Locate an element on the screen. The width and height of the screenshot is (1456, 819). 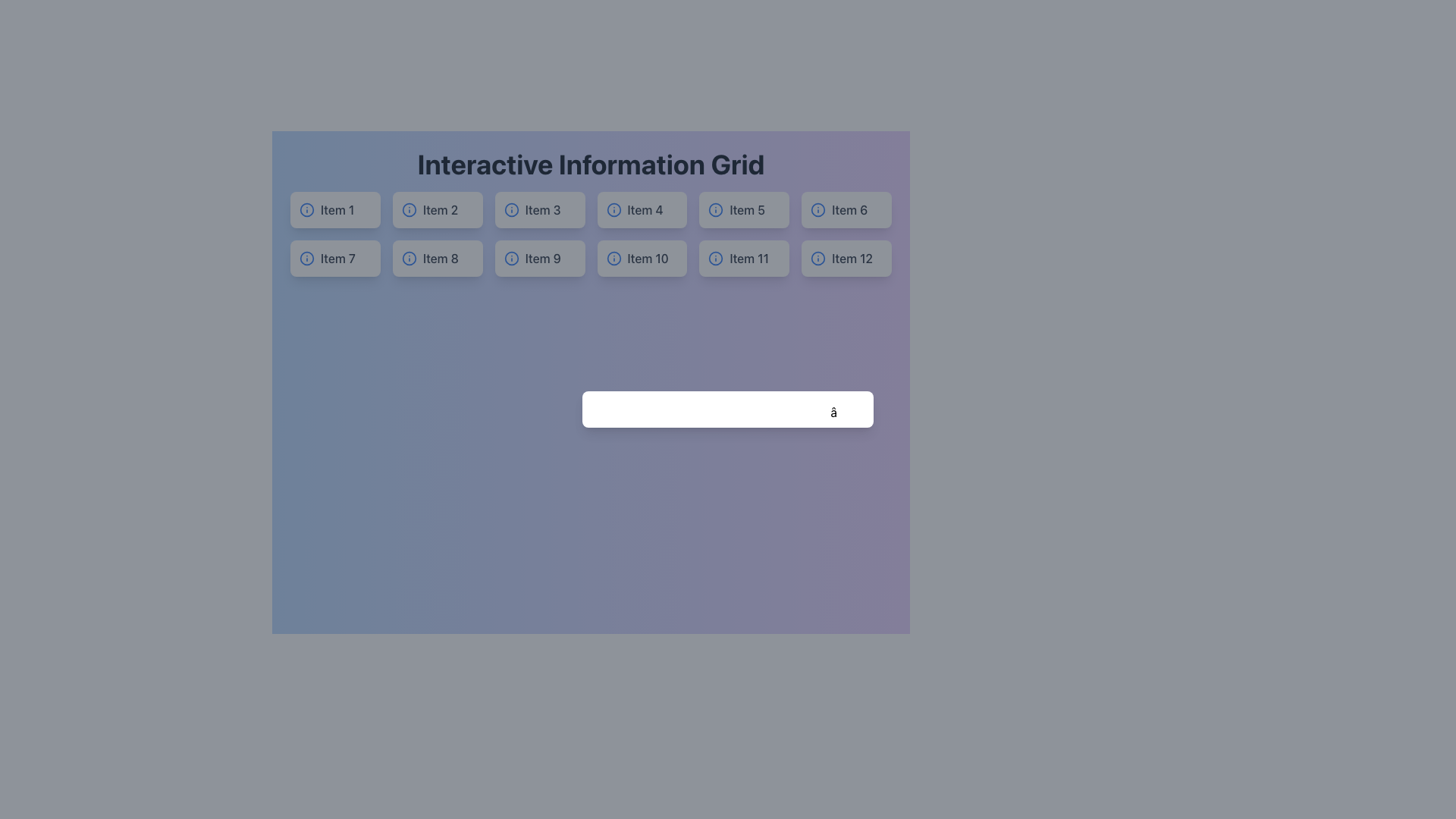
the informational text element labeled 'Item 8' with a blue information icon is located at coordinates (437, 257).